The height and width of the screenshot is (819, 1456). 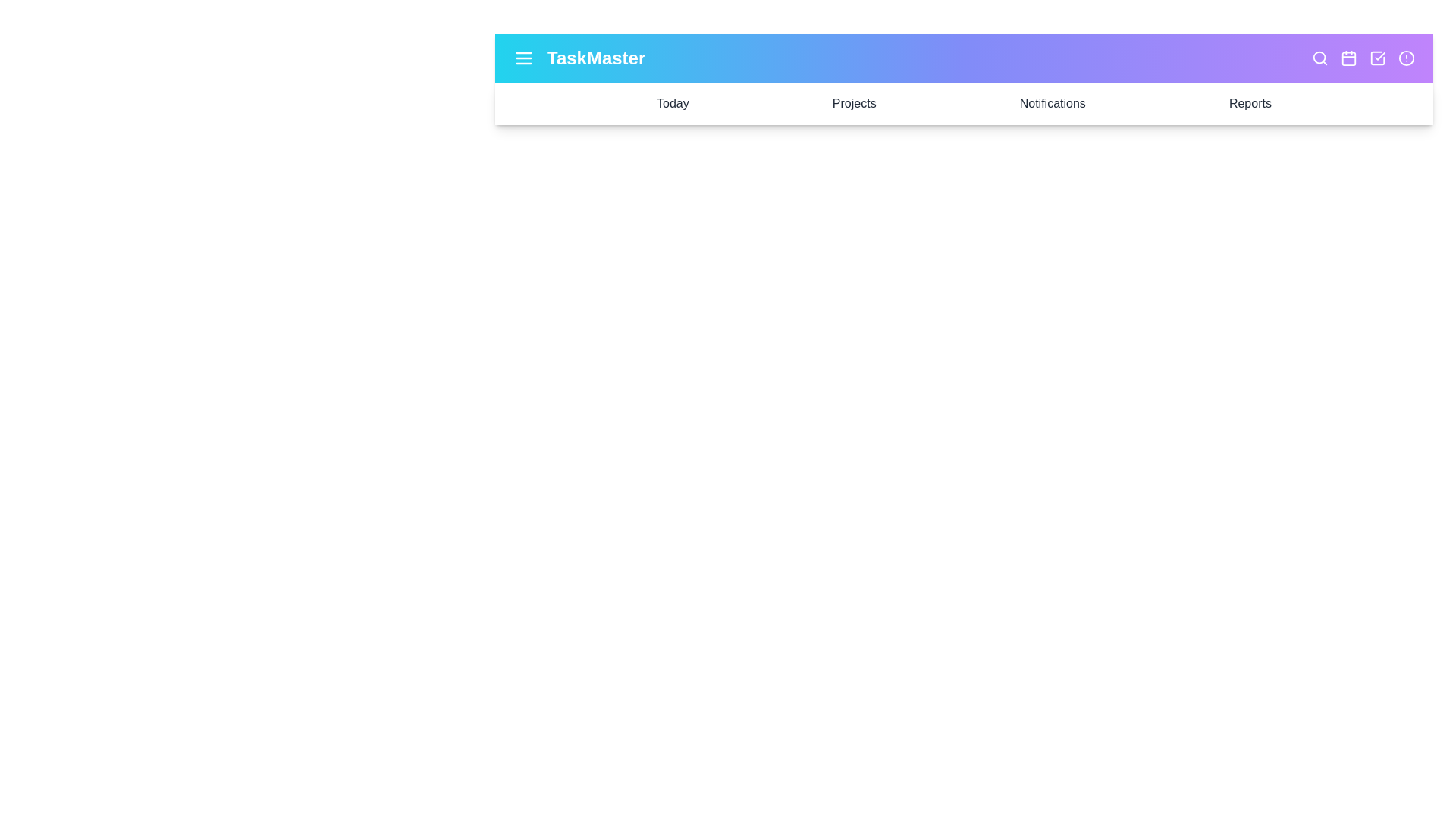 What do you see at coordinates (1378, 58) in the screenshot?
I see `the 'CheckSquare' icon to open the task completion view` at bounding box center [1378, 58].